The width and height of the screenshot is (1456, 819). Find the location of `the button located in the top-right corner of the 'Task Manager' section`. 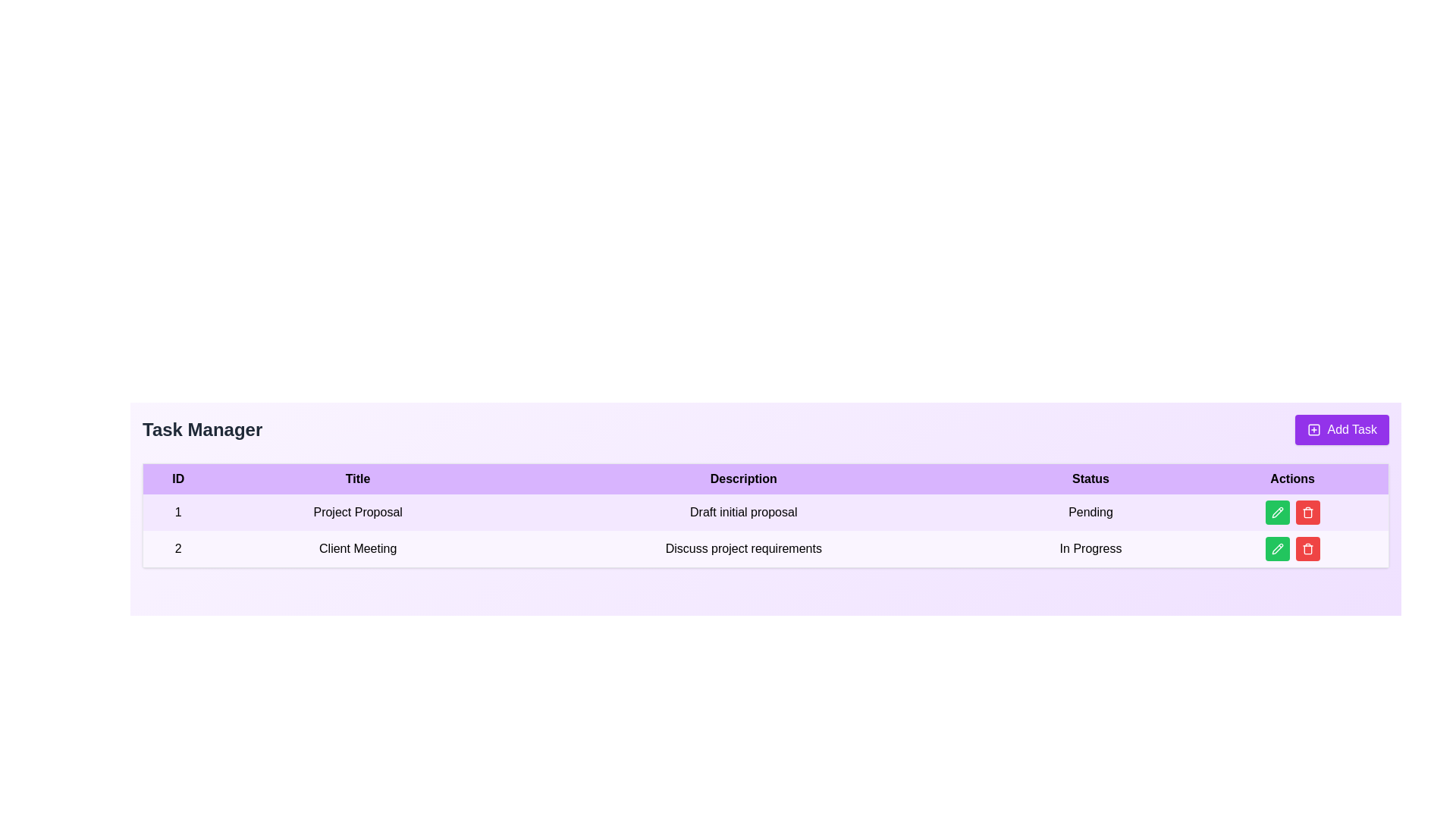

the button located in the top-right corner of the 'Task Manager' section is located at coordinates (1342, 430).